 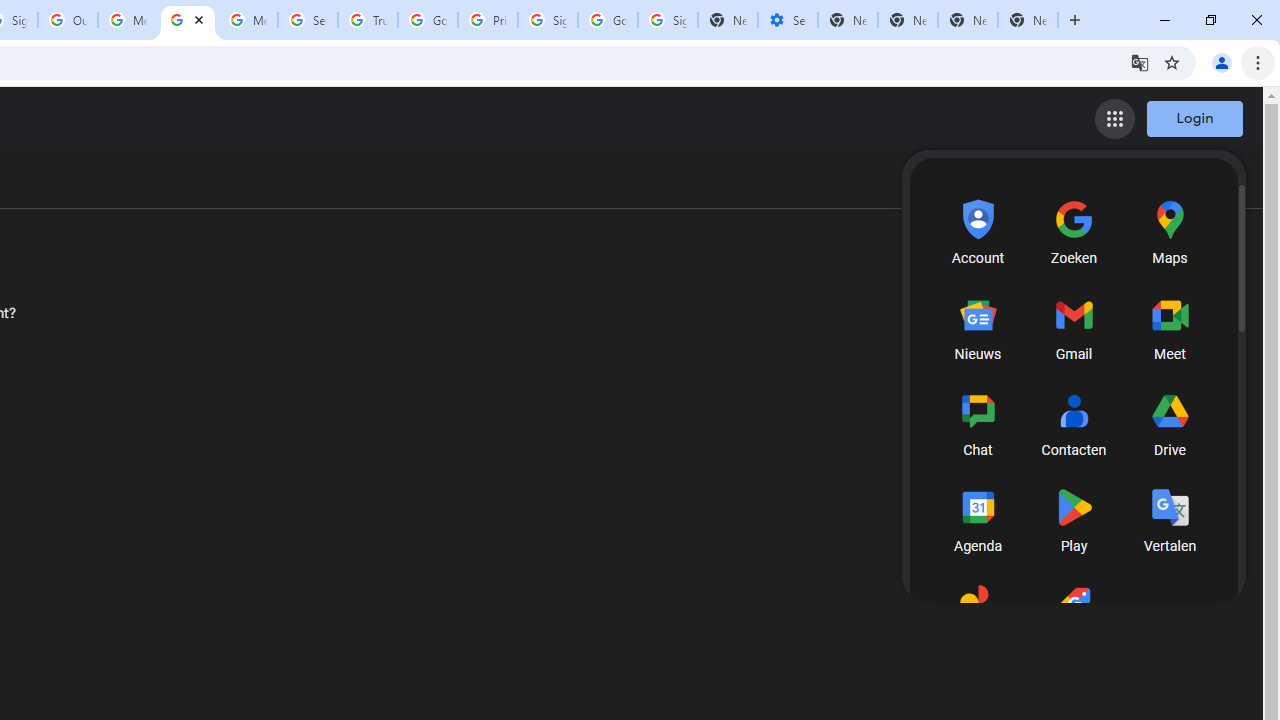 What do you see at coordinates (607, 20) in the screenshot?
I see `'Google Cybersecurity Innovations - Google Safety Center'` at bounding box center [607, 20].